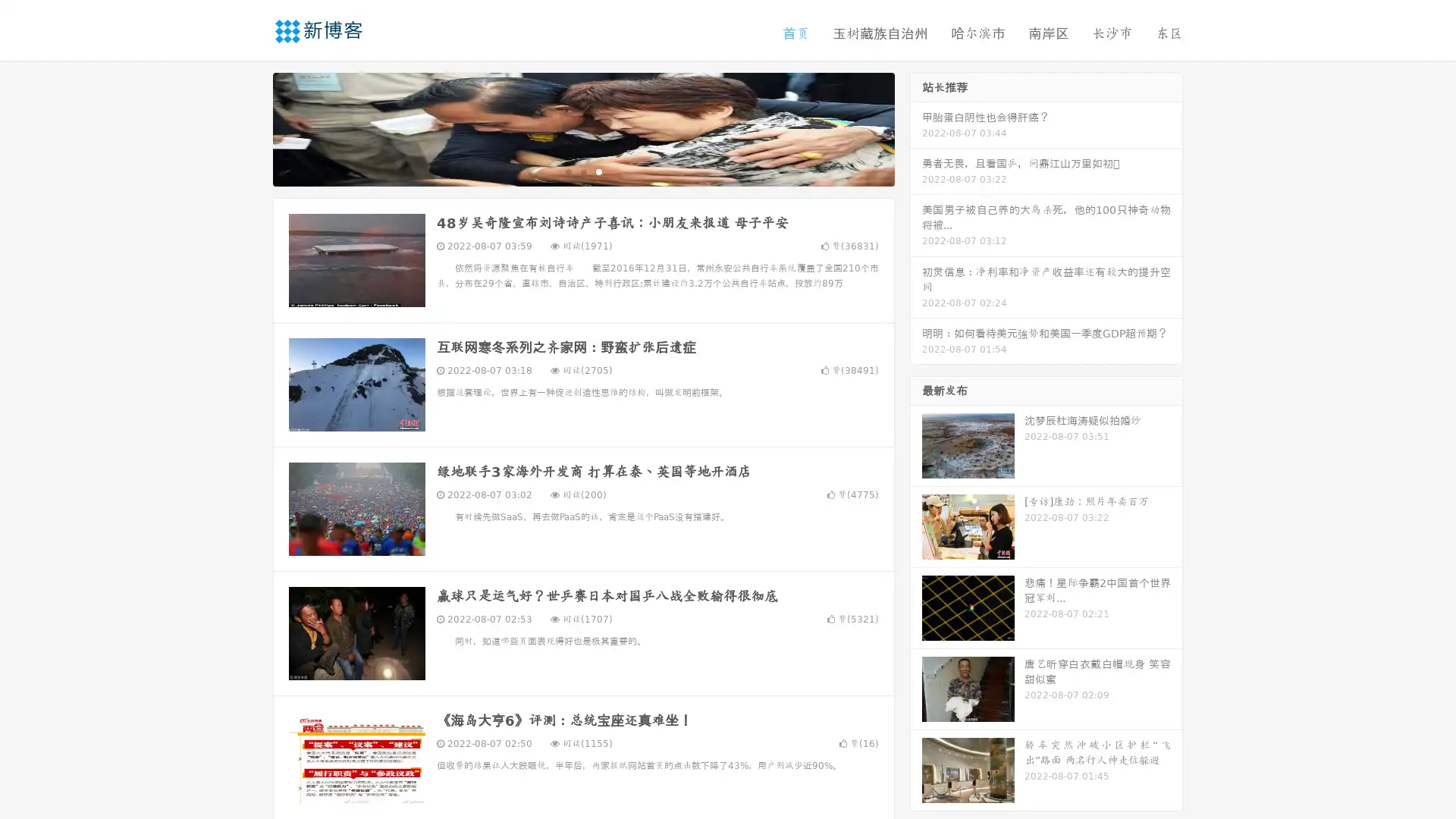 This screenshot has width=1456, height=819. What do you see at coordinates (598, 171) in the screenshot?
I see `Go to slide 3` at bounding box center [598, 171].